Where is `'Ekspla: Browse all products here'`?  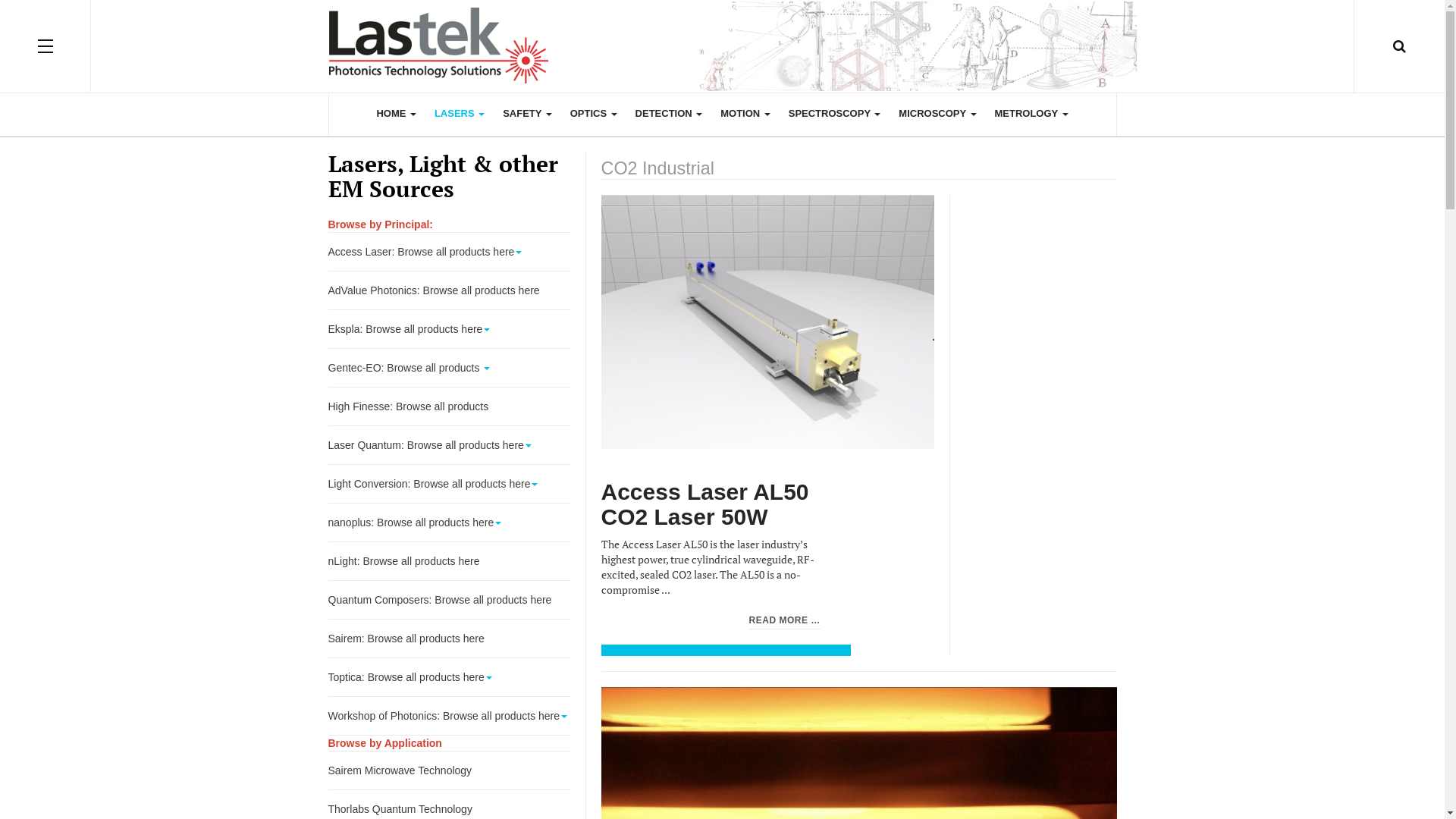
'Ekspla: Browse all products here' is located at coordinates (447, 328).